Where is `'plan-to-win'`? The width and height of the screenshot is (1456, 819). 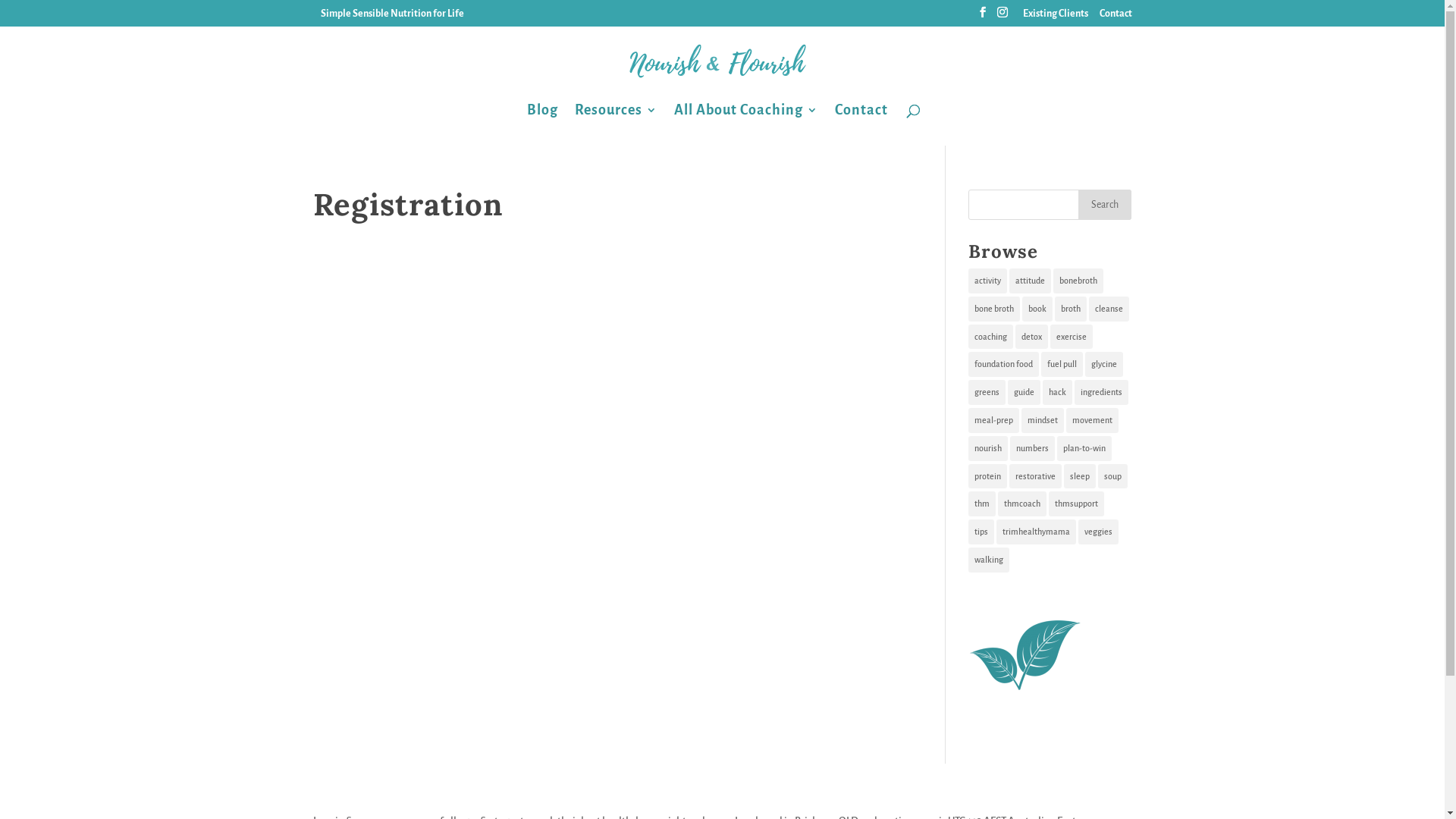
'plan-to-win' is located at coordinates (1084, 447).